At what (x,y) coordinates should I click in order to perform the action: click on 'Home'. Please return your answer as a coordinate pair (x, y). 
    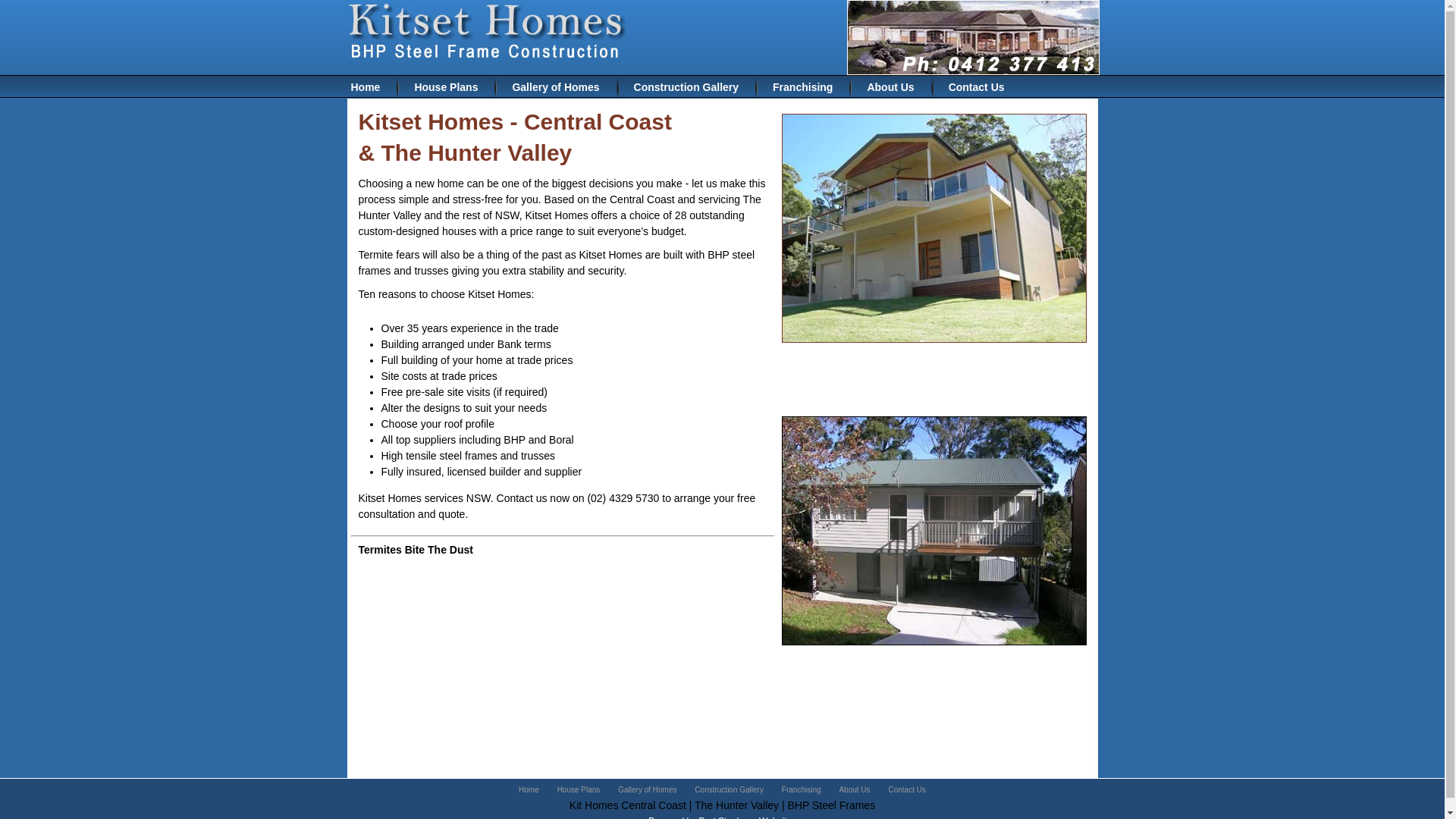
    Looking at the image, I should click on (529, 789).